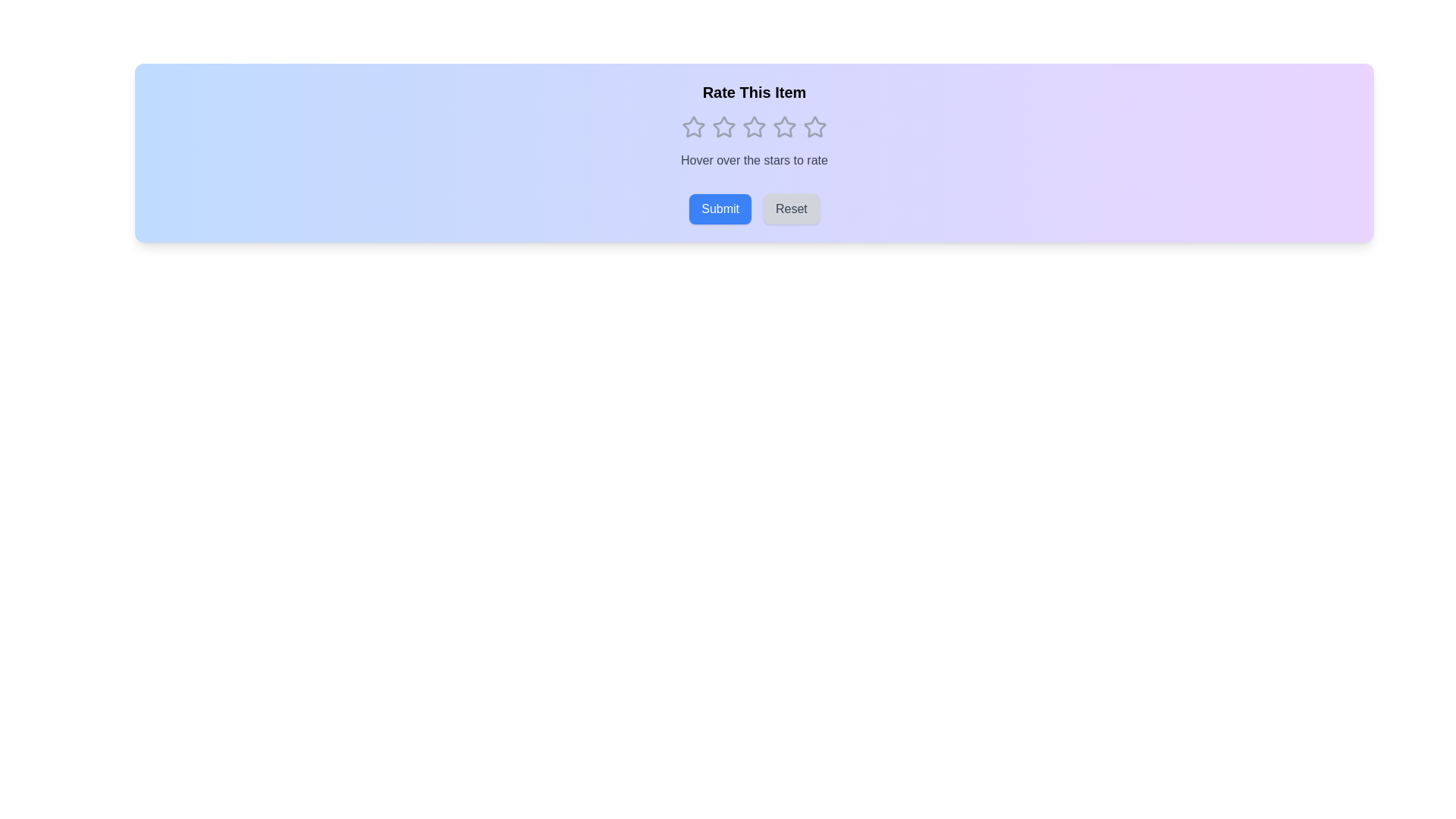  I want to click on the third outlined star icon in the horizontal array for rating, located centrally under the heading 'Rate This Item', so click(785, 126).